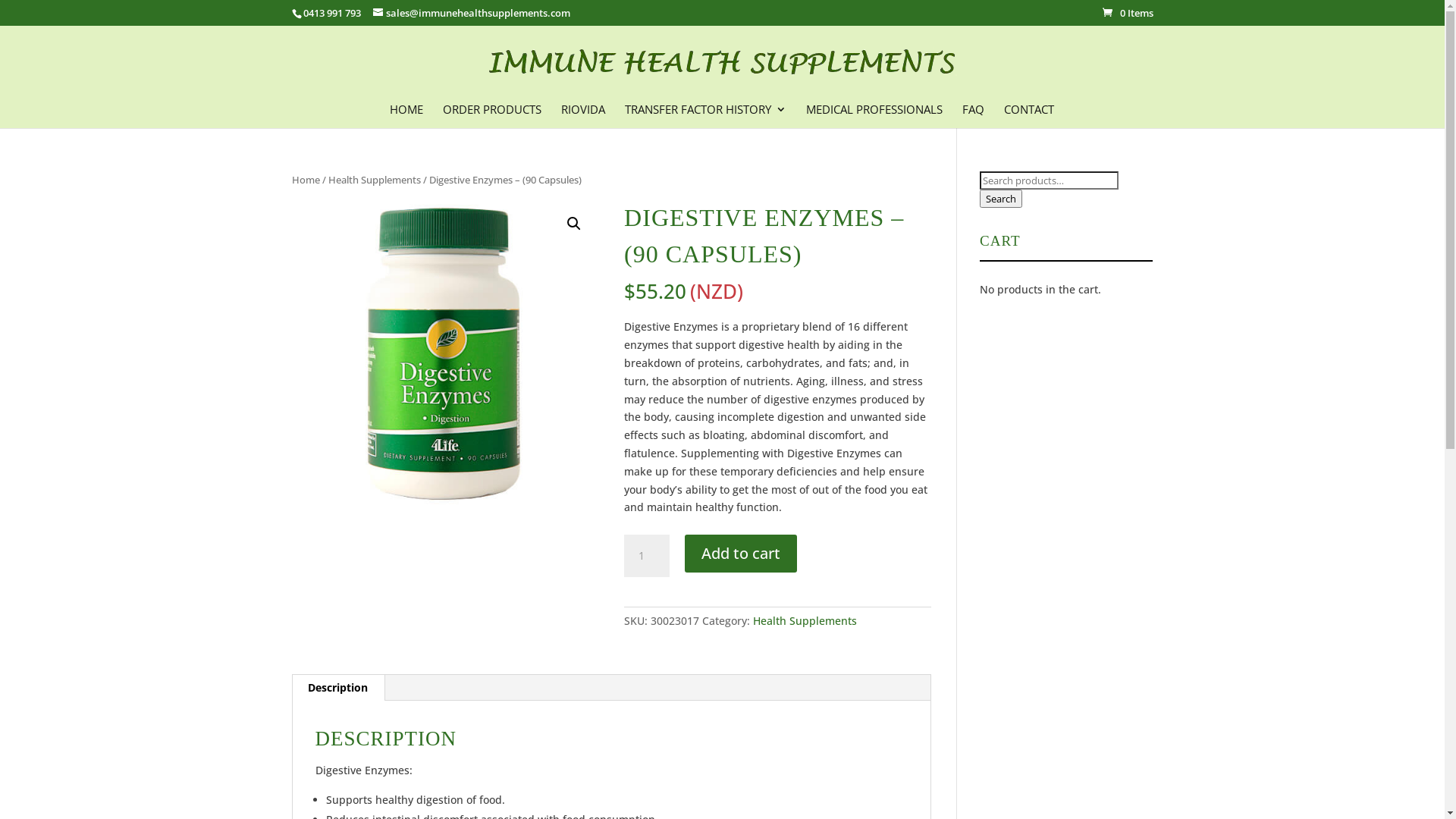  What do you see at coordinates (741, 553) in the screenshot?
I see `'Add to cart'` at bounding box center [741, 553].